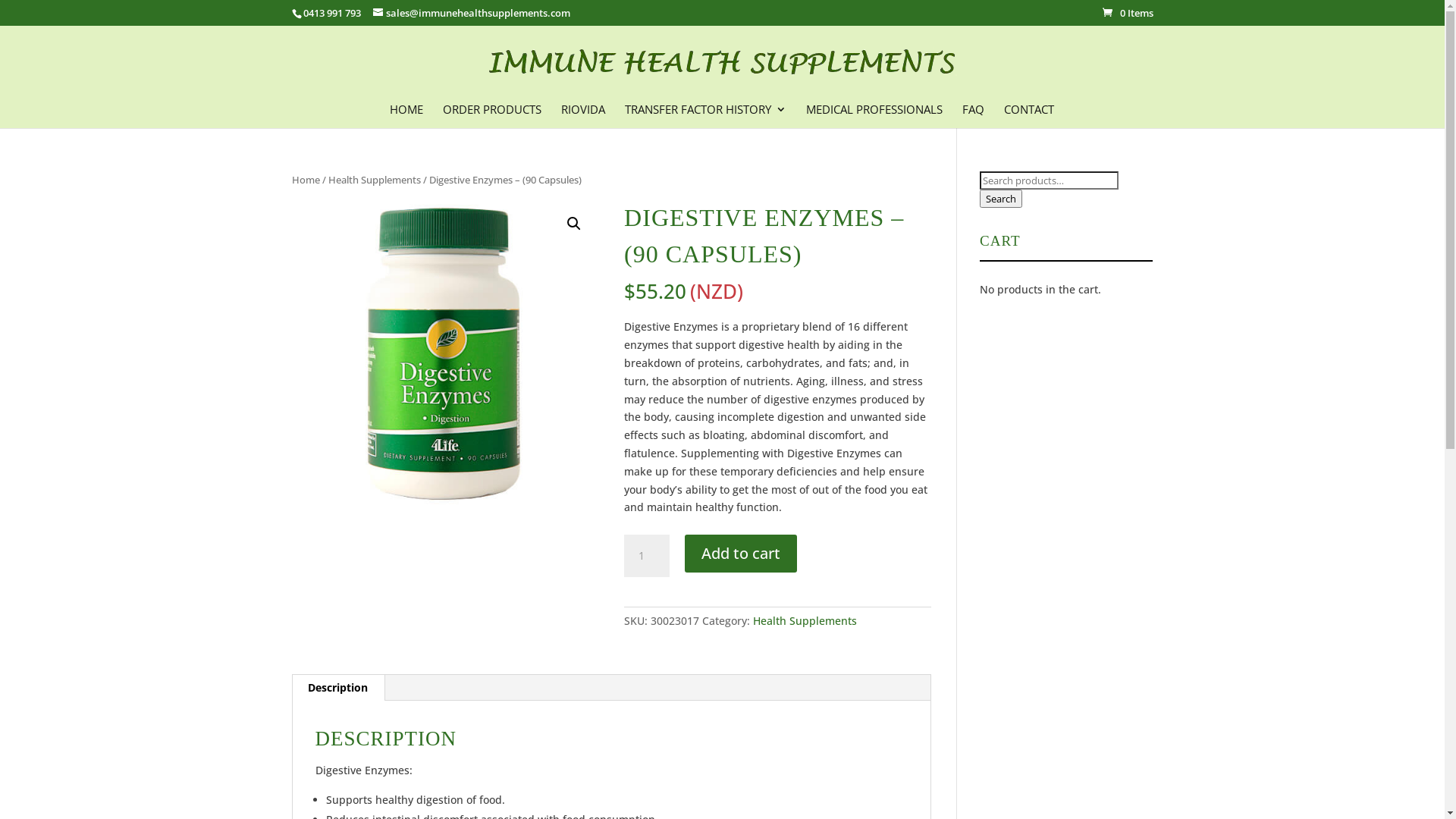  What do you see at coordinates (741, 553) in the screenshot?
I see `'Add to cart'` at bounding box center [741, 553].